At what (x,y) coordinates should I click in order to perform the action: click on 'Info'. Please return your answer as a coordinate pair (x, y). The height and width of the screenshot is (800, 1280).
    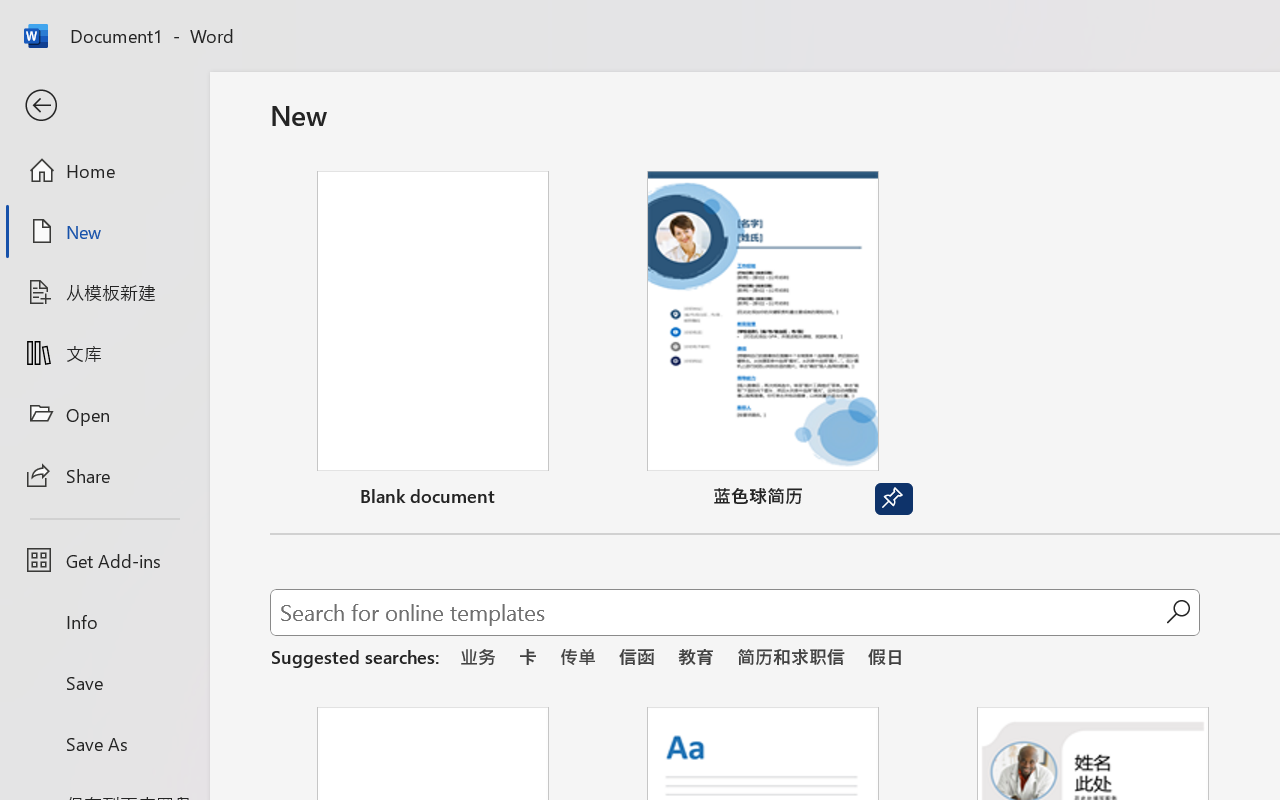
    Looking at the image, I should click on (103, 621).